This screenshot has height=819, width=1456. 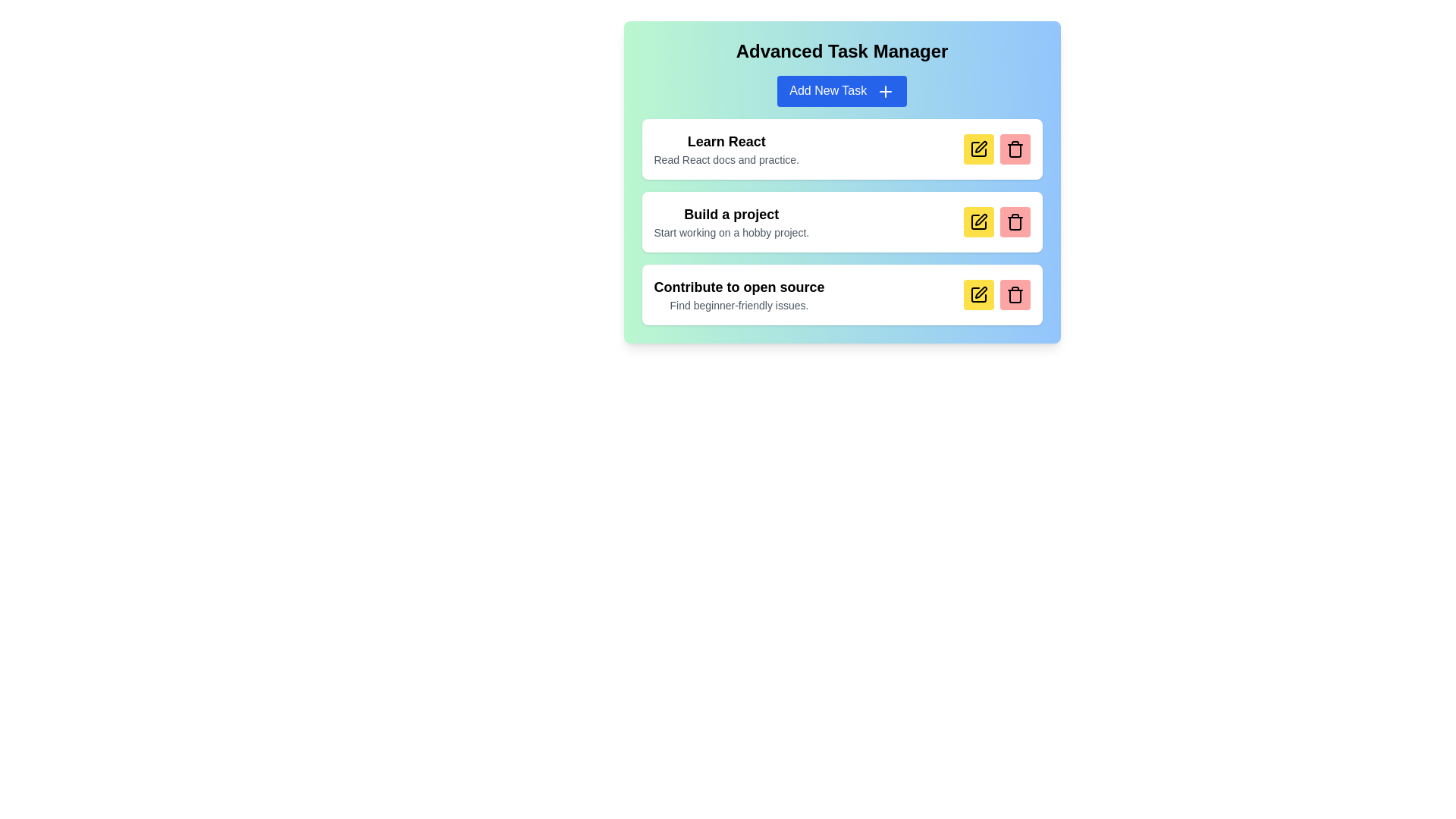 What do you see at coordinates (978, 149) in the screenshot?
I see `edit button for the task titled Learn React` at bounding box center [978, 149].